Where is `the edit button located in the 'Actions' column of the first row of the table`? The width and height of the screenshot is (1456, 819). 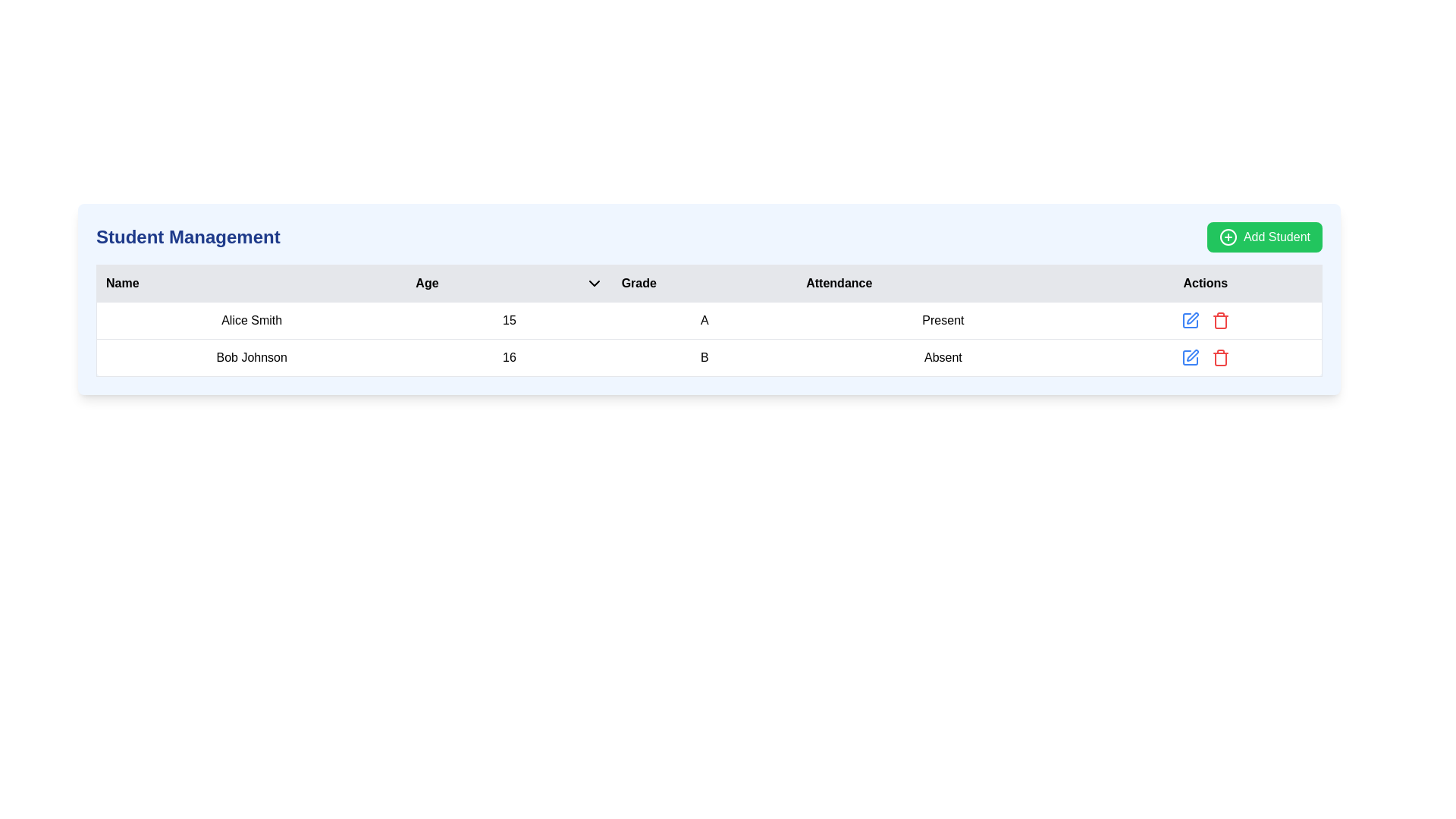
the edit button located in the 'Actions' column of the first row of the table is located at coordinates (1189, 320).